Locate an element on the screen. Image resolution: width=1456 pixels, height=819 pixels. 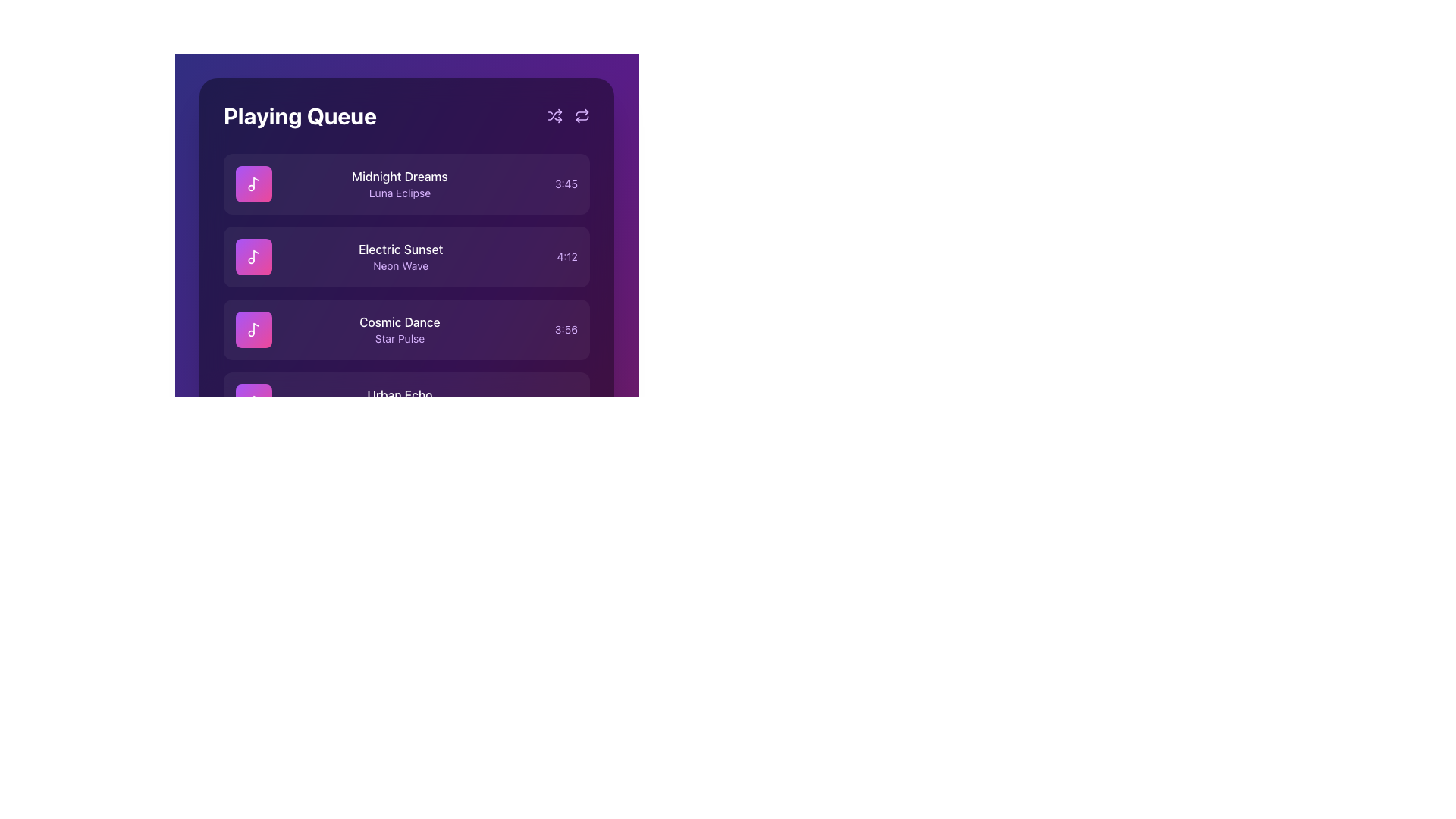
the icon representing the song 'Midnight Dreams' by 'Luna Eclipse' in the Playing Queue list is located at coordinates (254, 184).